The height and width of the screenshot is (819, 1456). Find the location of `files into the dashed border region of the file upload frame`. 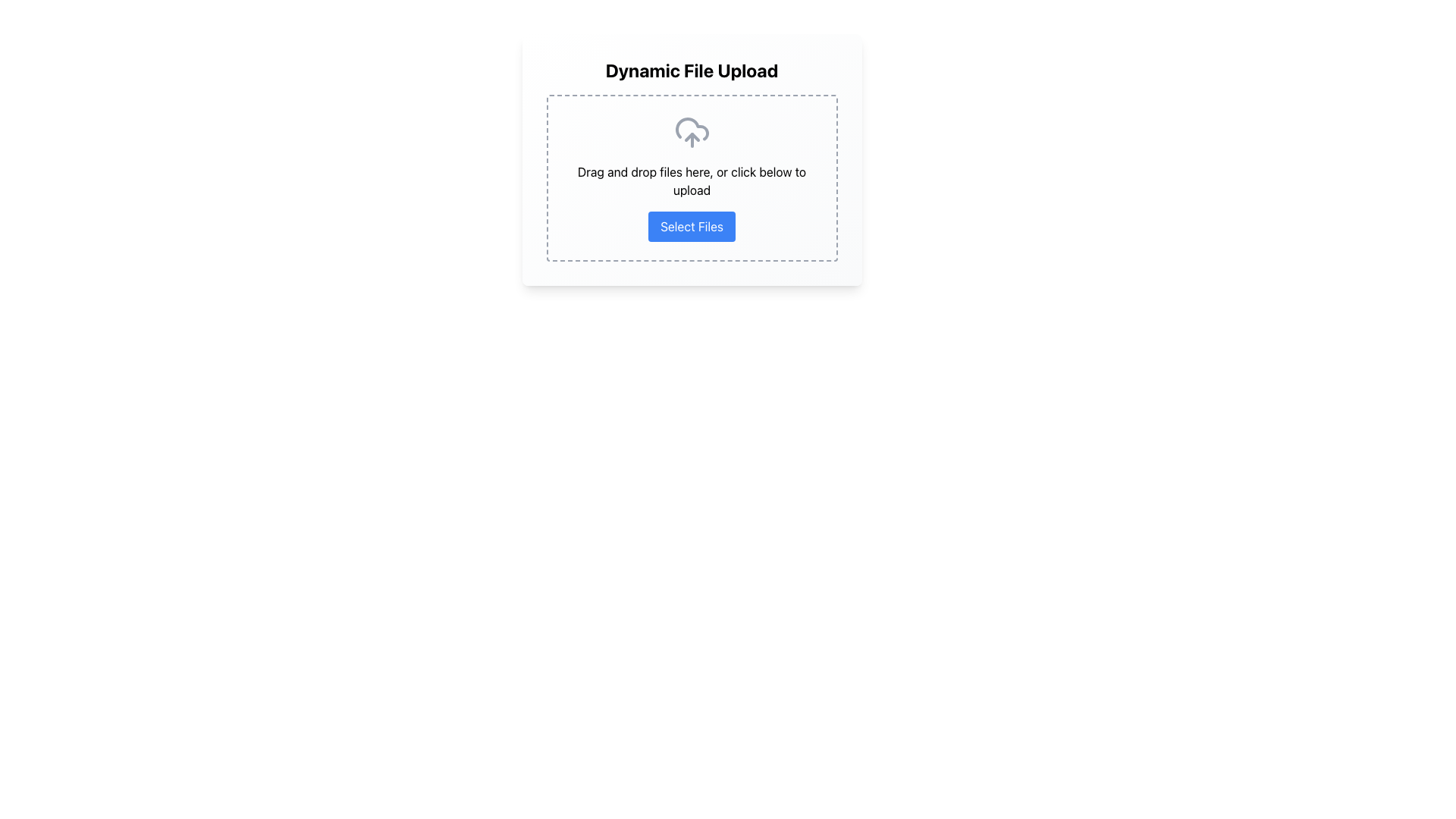

files into the dashed border region of the file upload frame is located at coordinates (691, 160).